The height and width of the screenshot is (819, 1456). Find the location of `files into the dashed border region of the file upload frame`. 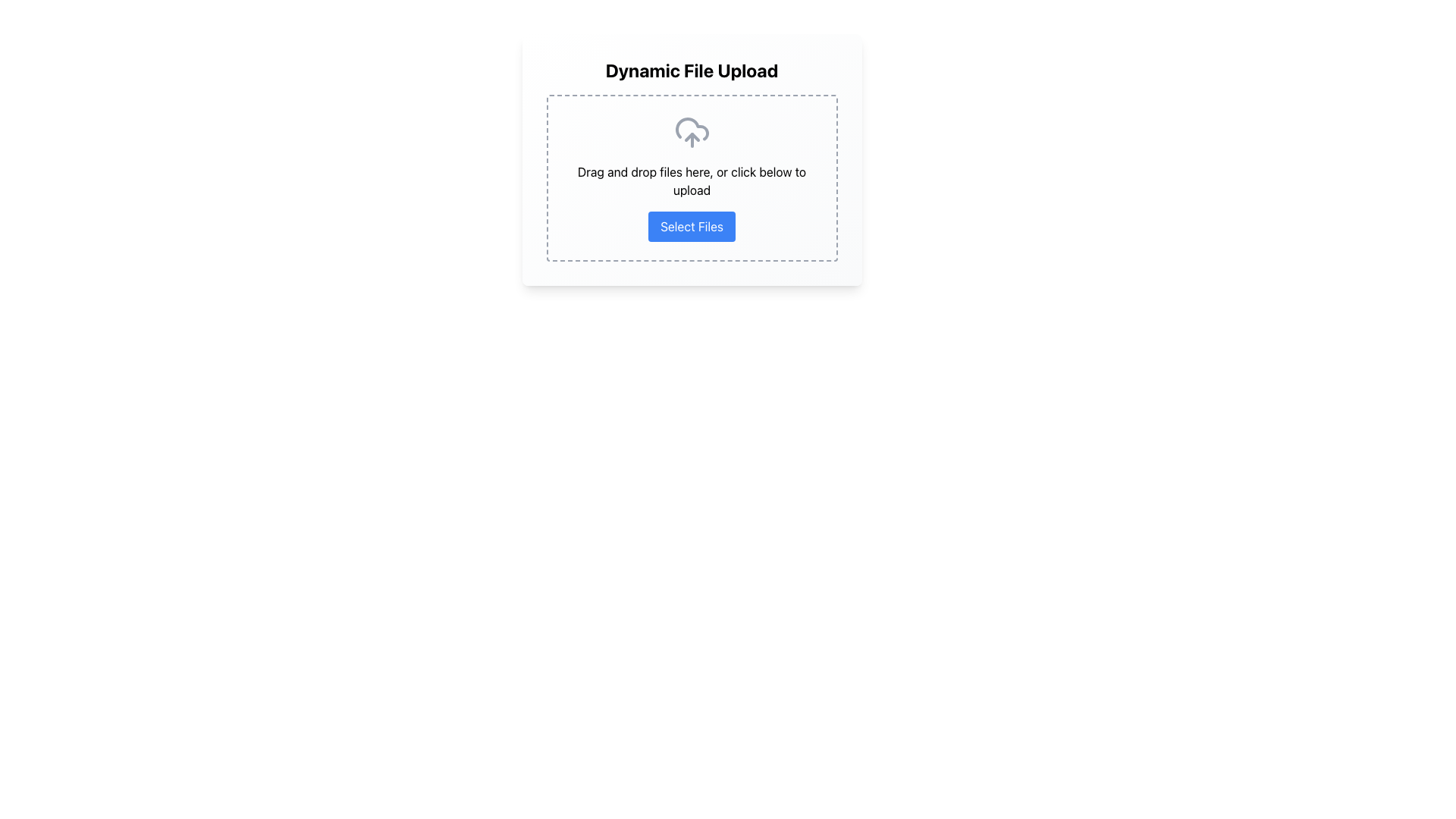

files into the dashed border region of the file upload frame is located at coordinates (691, 160).